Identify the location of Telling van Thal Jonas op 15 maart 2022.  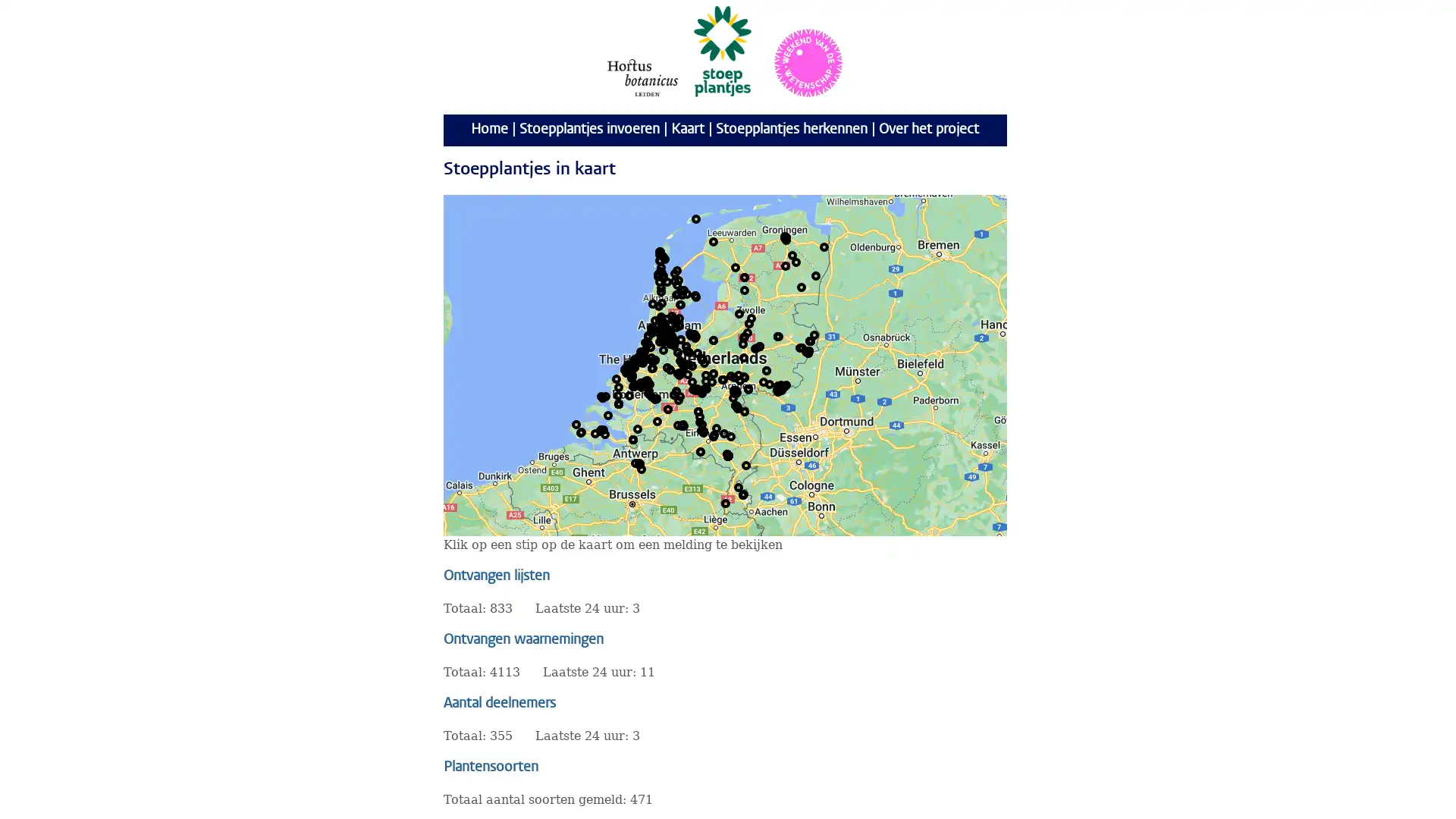
(641, 357).